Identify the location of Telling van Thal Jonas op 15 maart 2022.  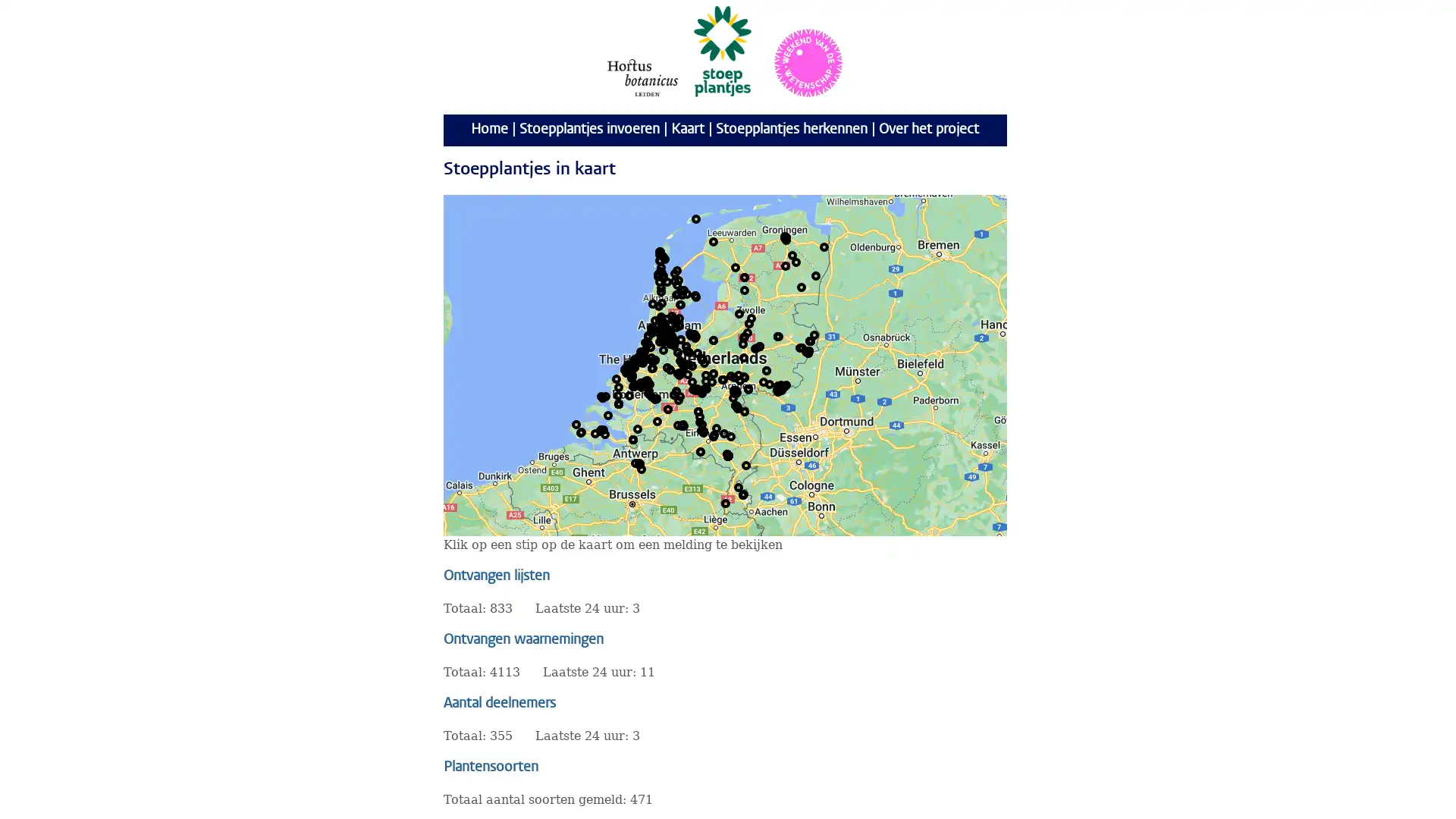
(641, 357).